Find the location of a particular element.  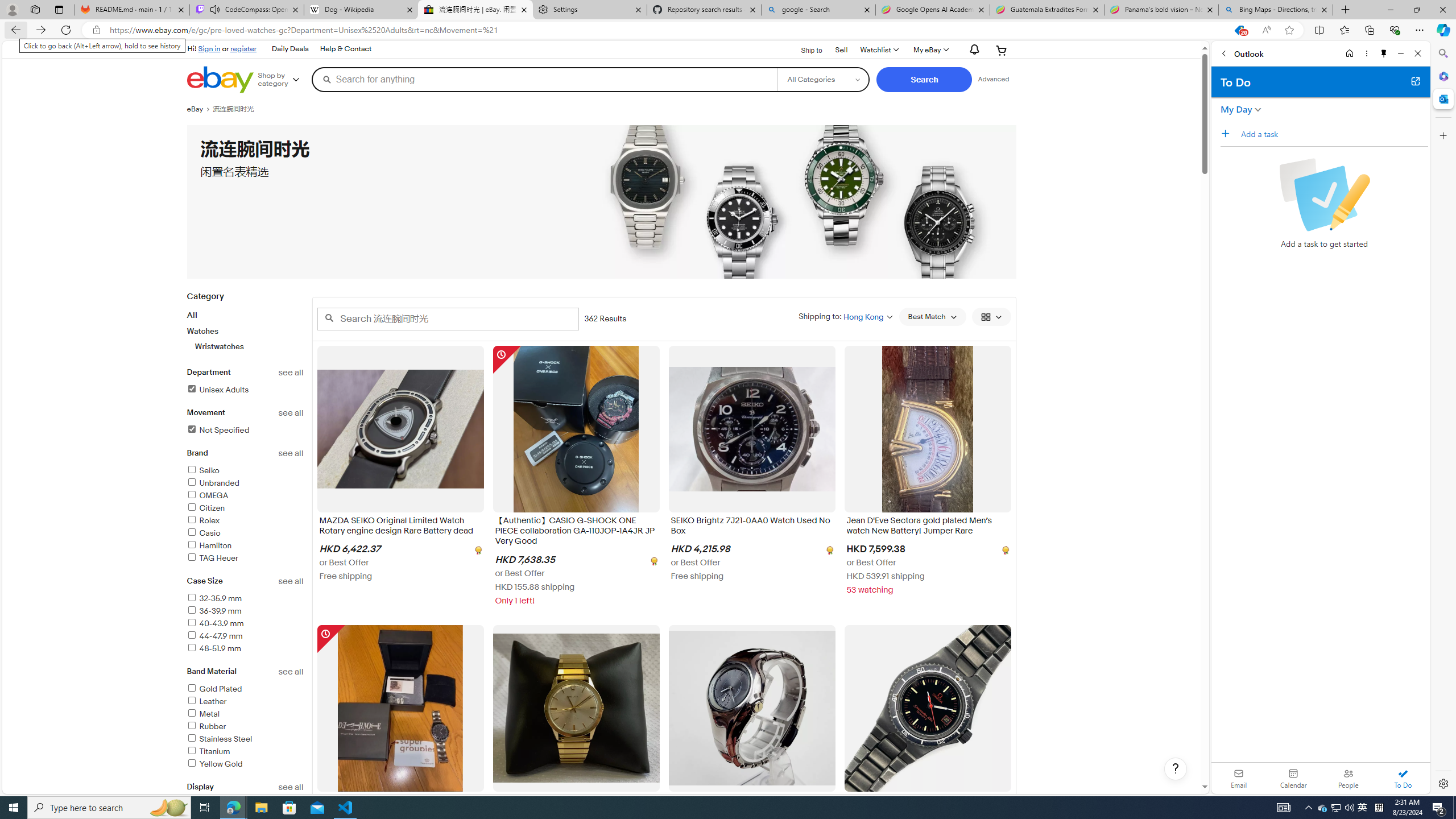

'Email' is located at coordinates (1238, 777).